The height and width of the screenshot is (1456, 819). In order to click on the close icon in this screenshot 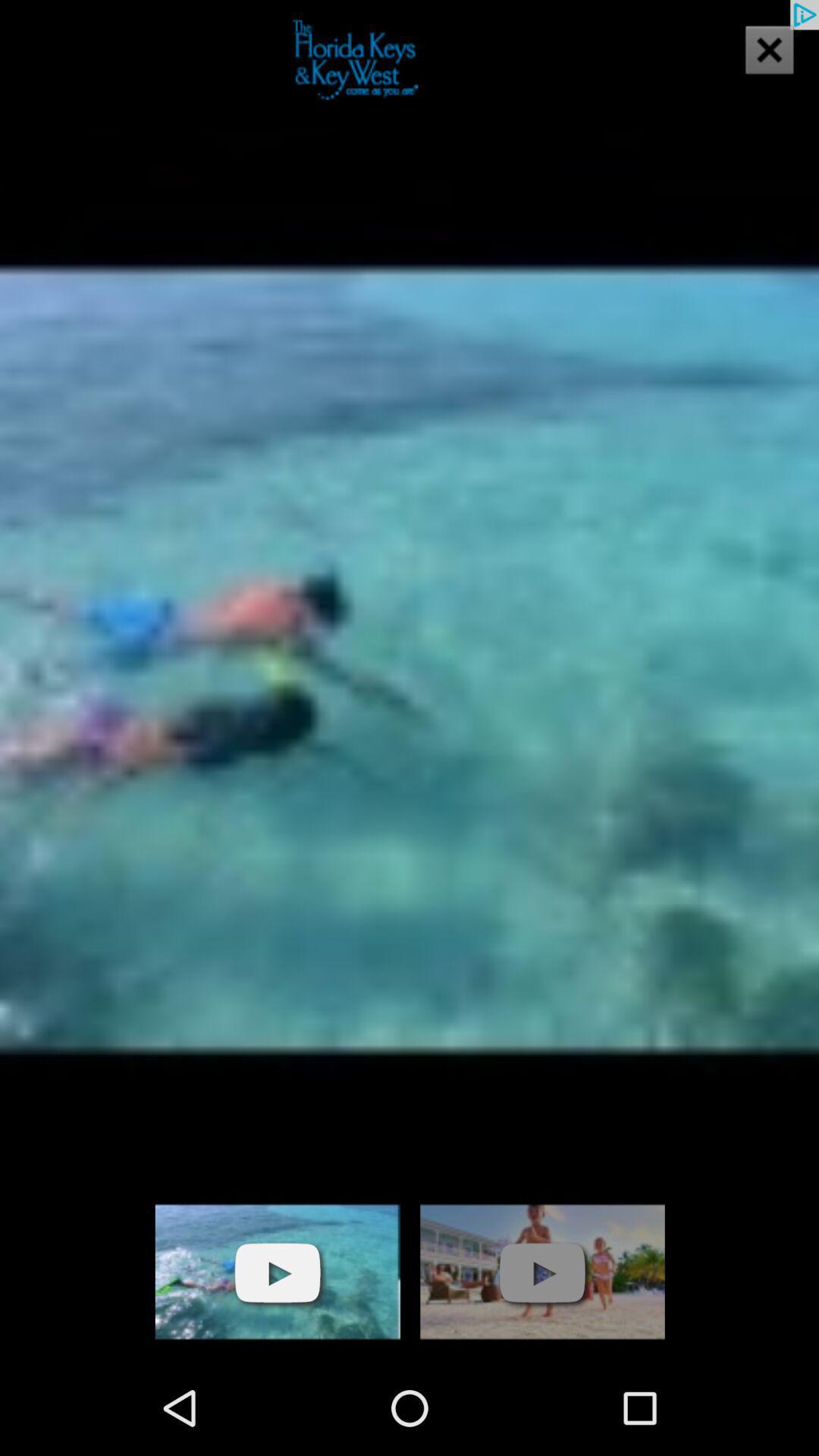, I will do `click(769, 53)`.